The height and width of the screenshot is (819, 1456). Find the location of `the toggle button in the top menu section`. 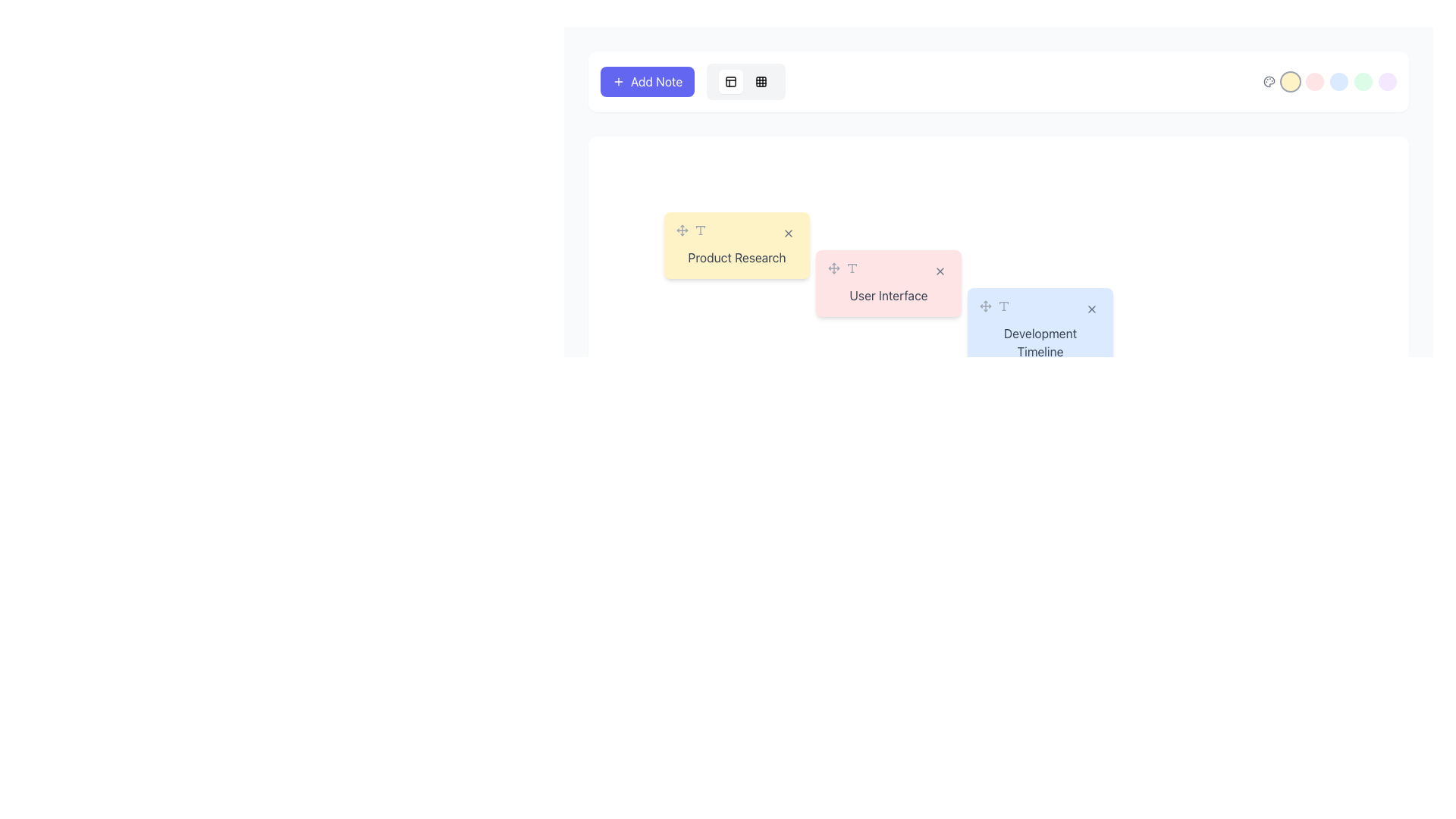

the toggle button in the top menu section is located at coordinates (731, 82).